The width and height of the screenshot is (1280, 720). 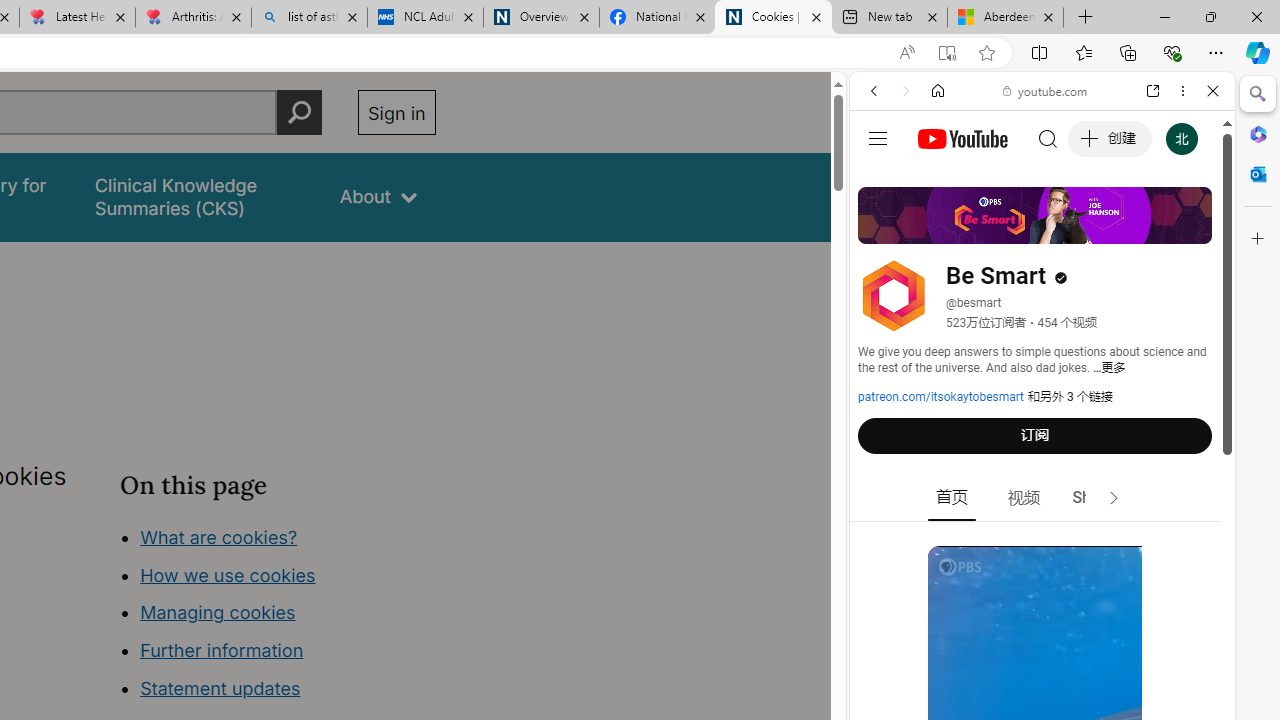 What do you see at coordinates (1045, 91) in the screenshot?
I see `'youtube.com'` at bounding box center [1045, 91].